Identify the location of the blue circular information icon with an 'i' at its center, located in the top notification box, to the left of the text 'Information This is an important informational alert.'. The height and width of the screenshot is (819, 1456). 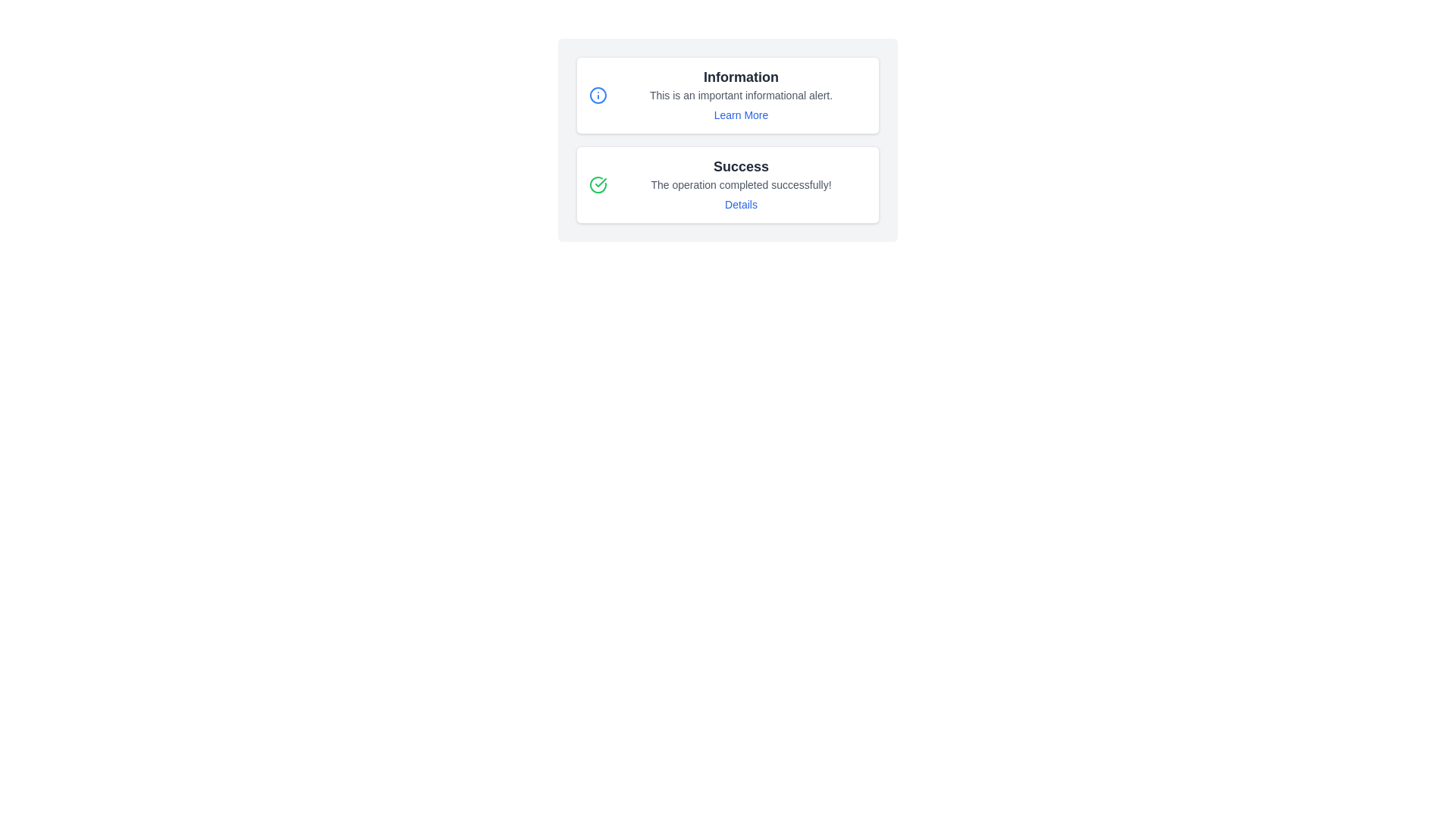
(597, 96).